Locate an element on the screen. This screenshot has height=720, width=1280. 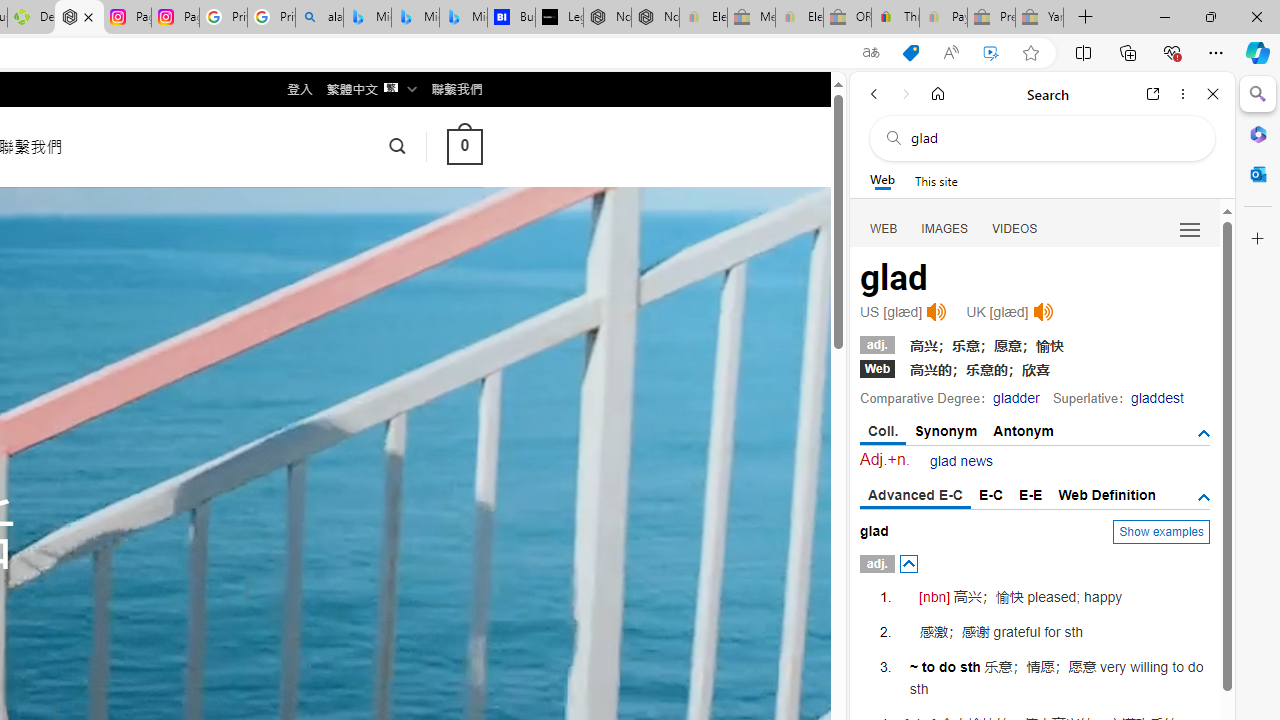
'Synonym' is located at coordinates (944, 429).